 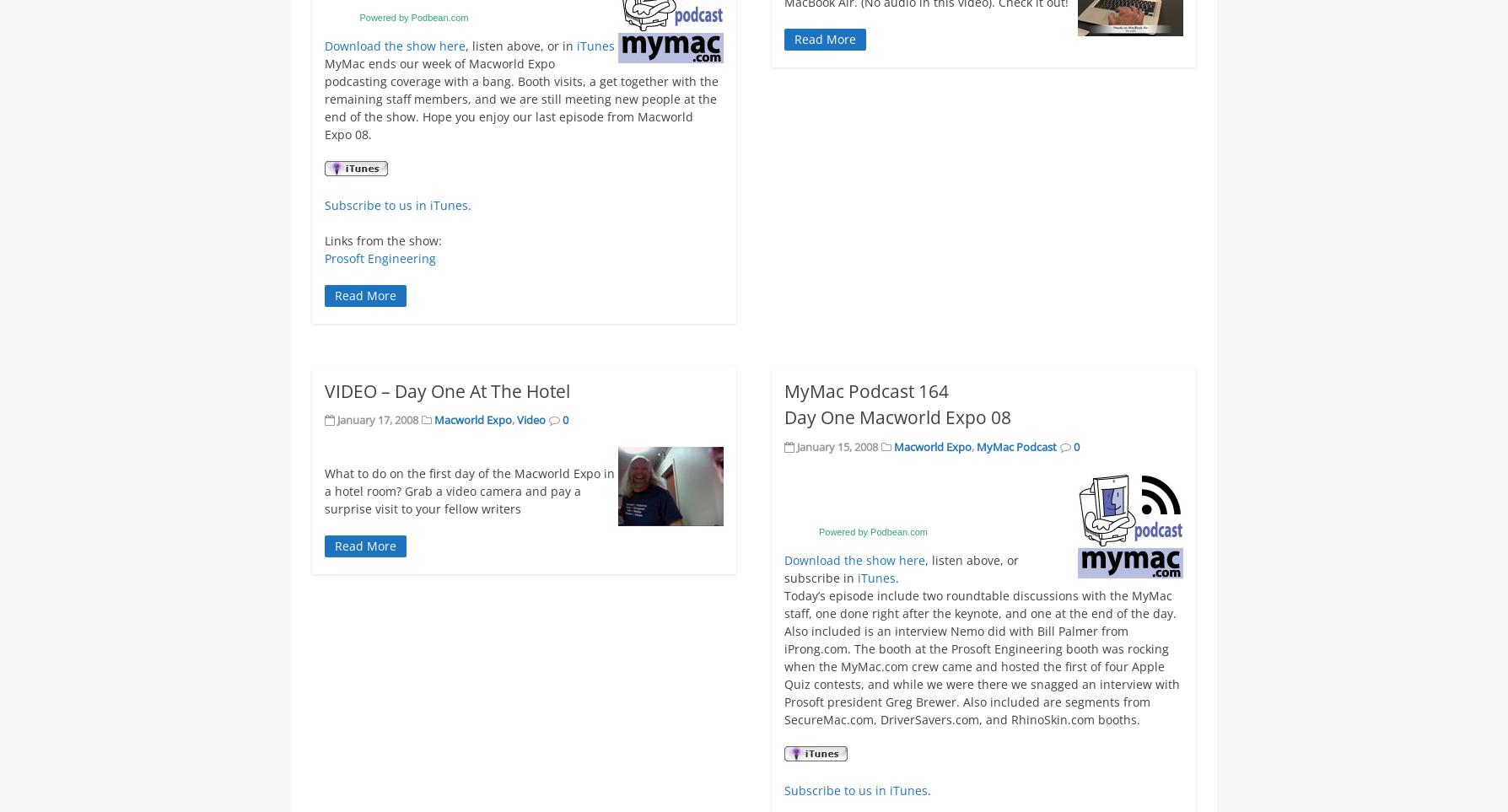 What do you see at coordinates (900, 568) in the screenshot?
I see `', listen above, or subscribe in'` at bounding box center [900, 568].